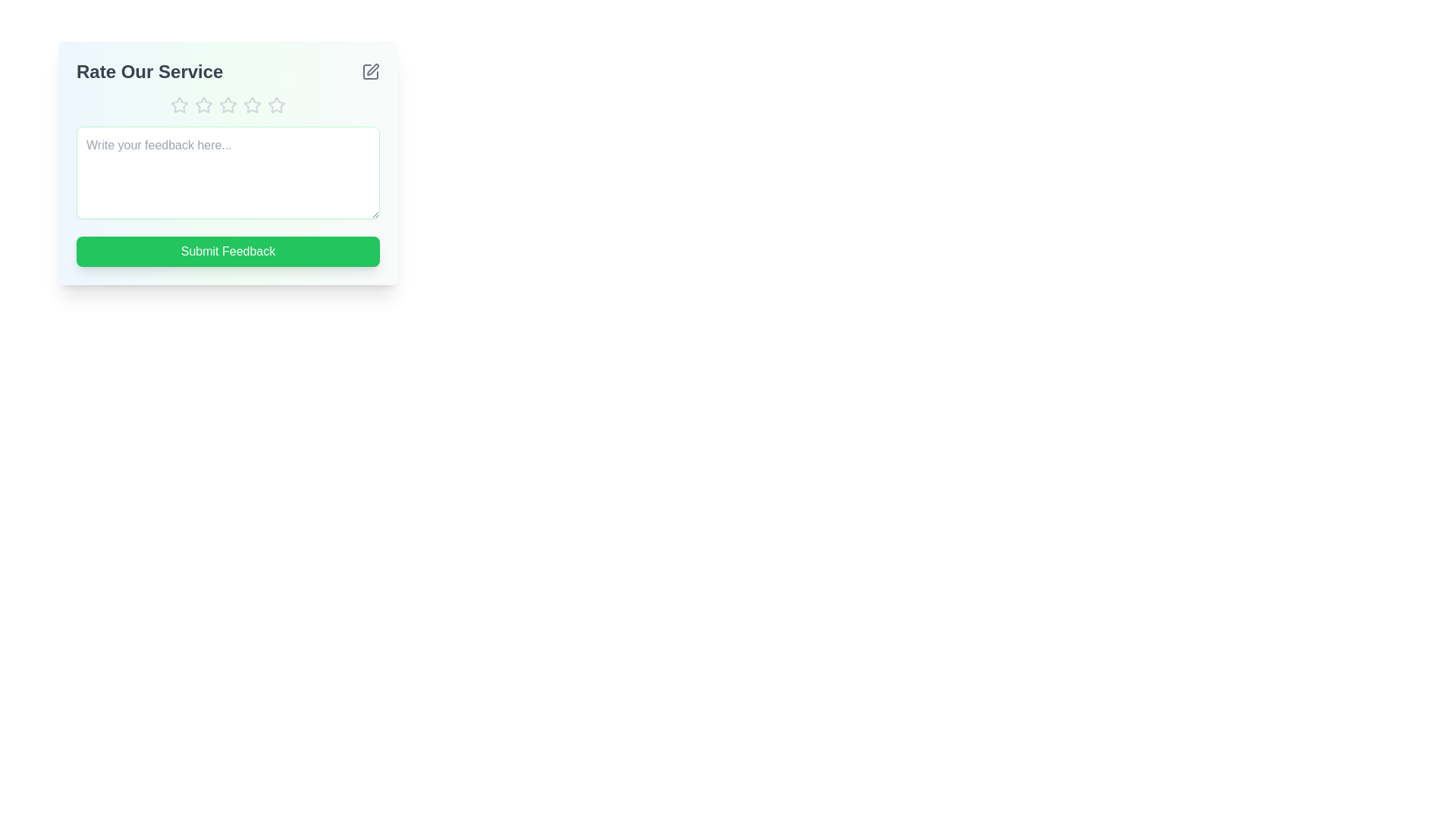 The height and width of the screenshot is (819, 1456). What do you see at coordinates (227, 104) in the screenshot?
I see `the rating to 3 stars by clicking the corresponding star button` at bounding box center [227, 104].